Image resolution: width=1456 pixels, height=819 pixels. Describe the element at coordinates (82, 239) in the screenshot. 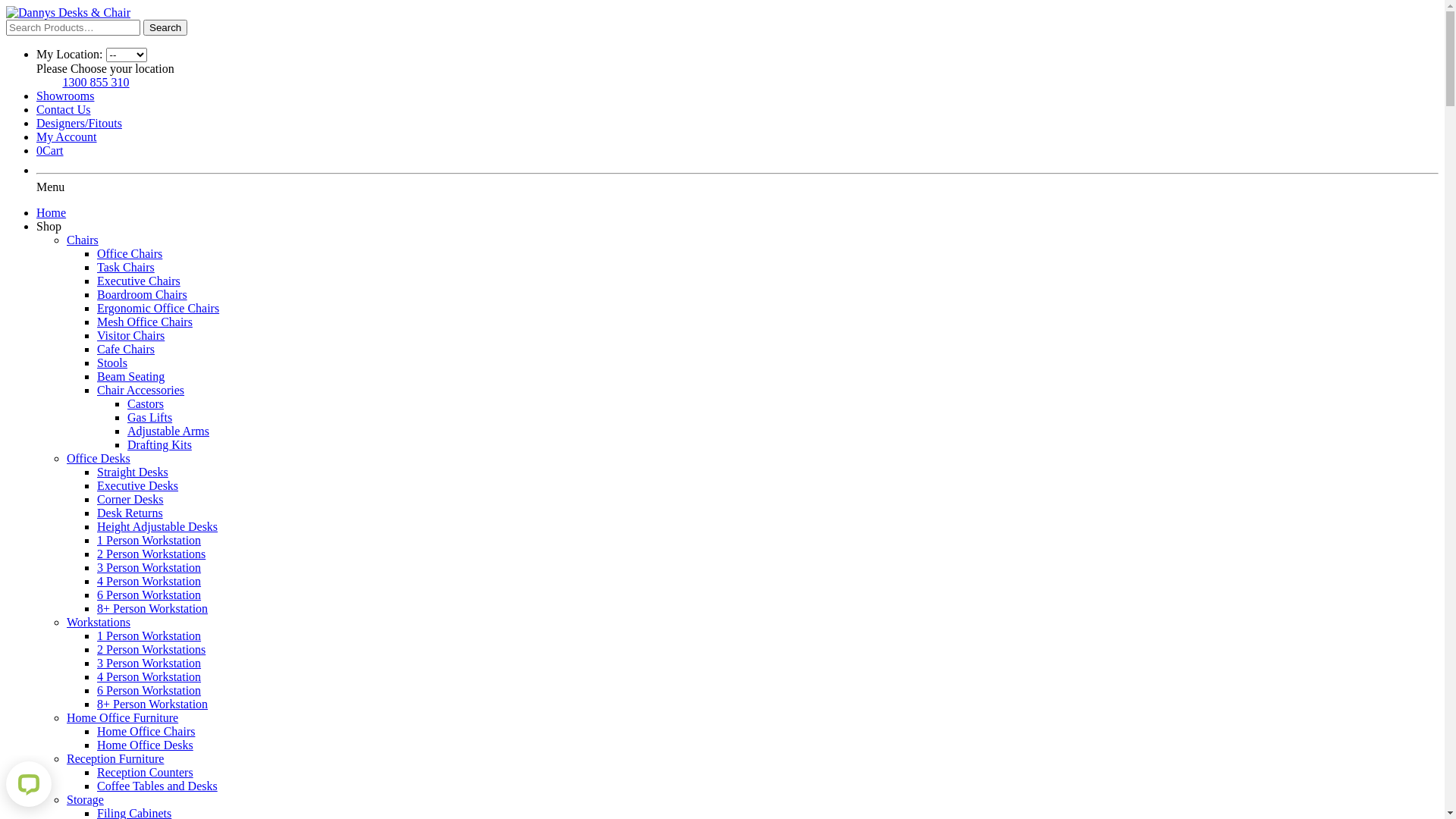

I see `'Chairs'` at that location.